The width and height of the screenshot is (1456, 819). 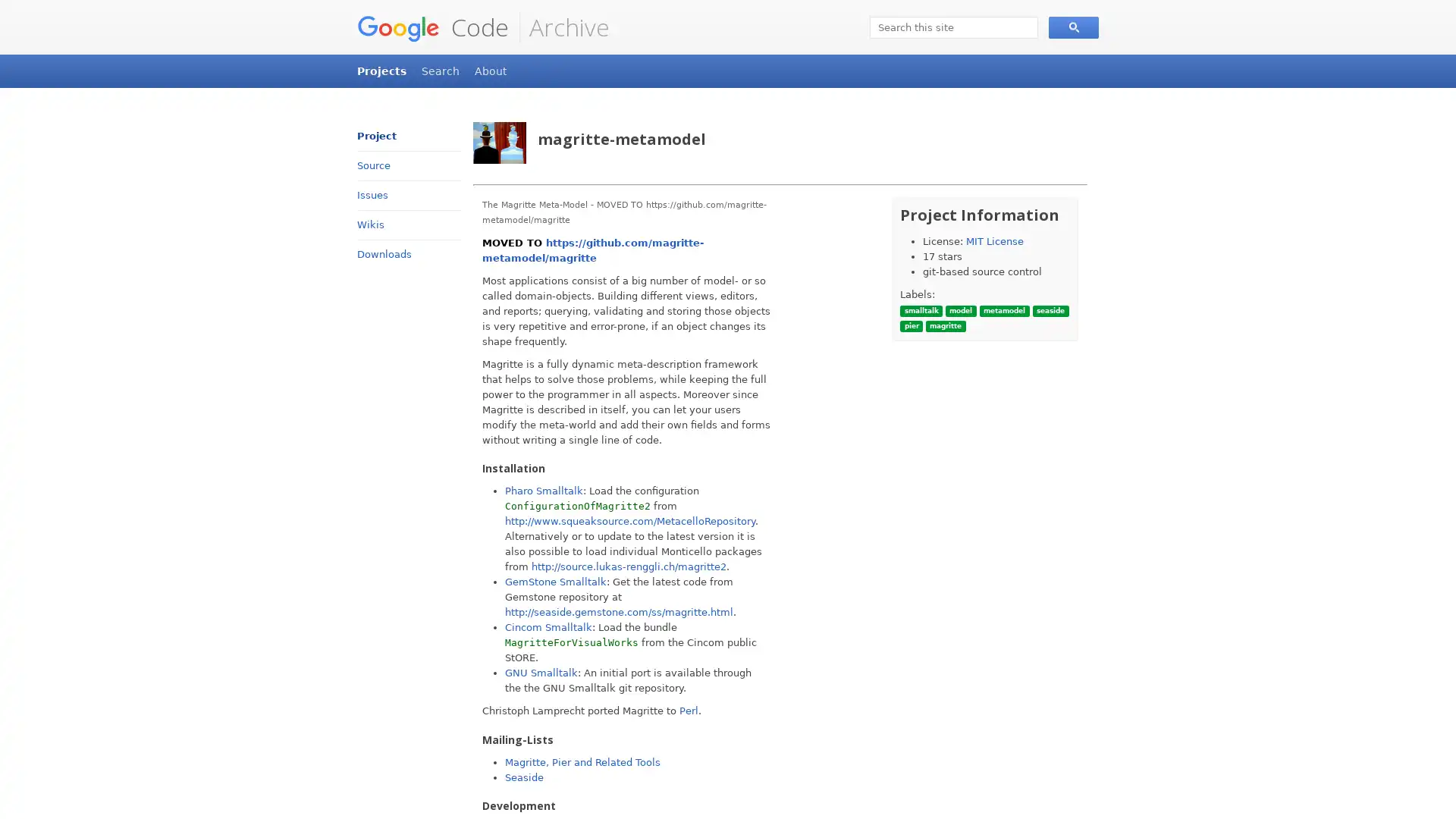 What do you see at coordinates (1073, 27) in the screenshot?
I see `Search` at bounding box center [1073, 27].